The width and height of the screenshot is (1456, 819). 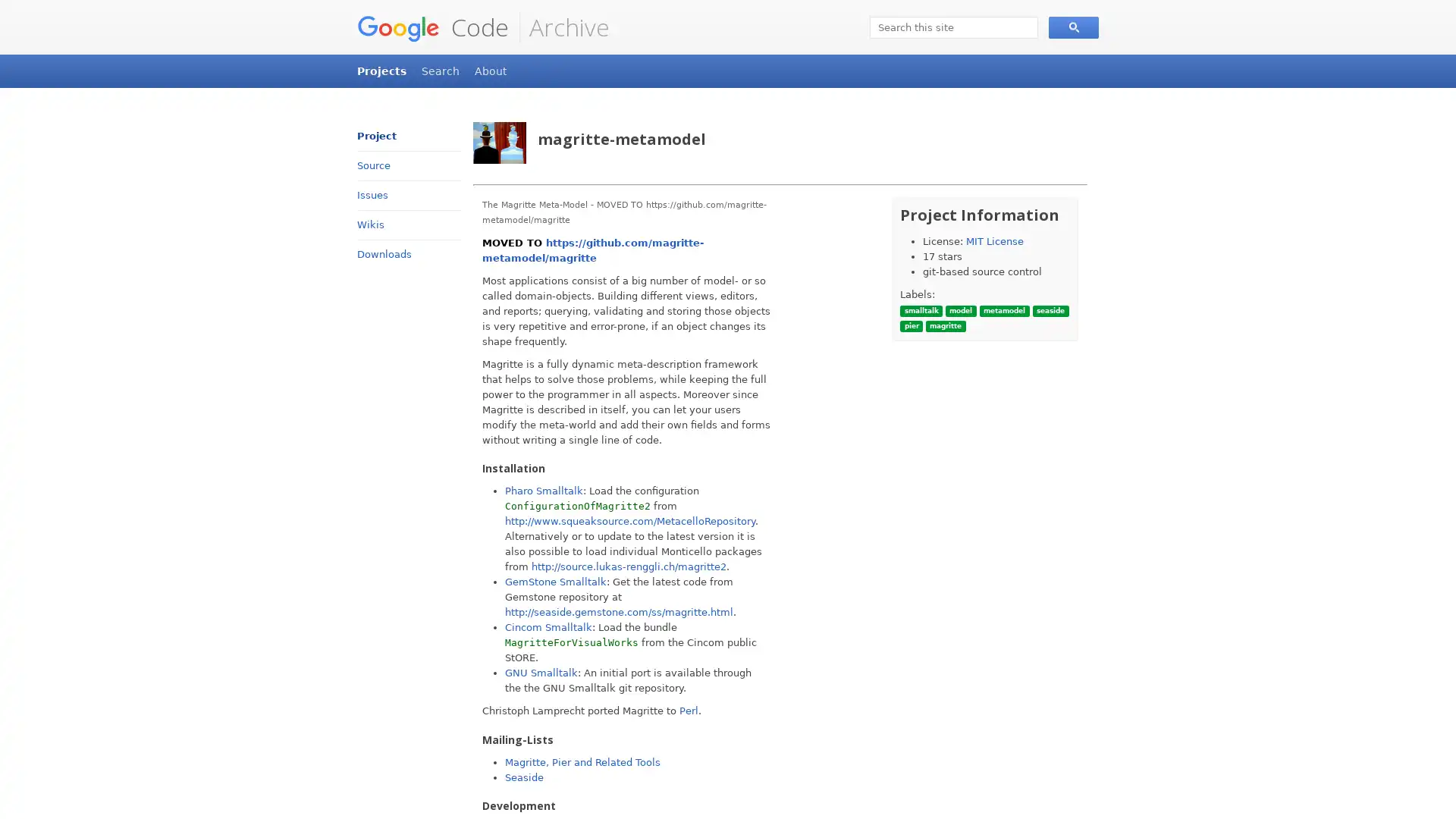 What do you see at coordinates (1073, 27) in the screenshot?
I see `Search` at bounding box center [1073, 27].